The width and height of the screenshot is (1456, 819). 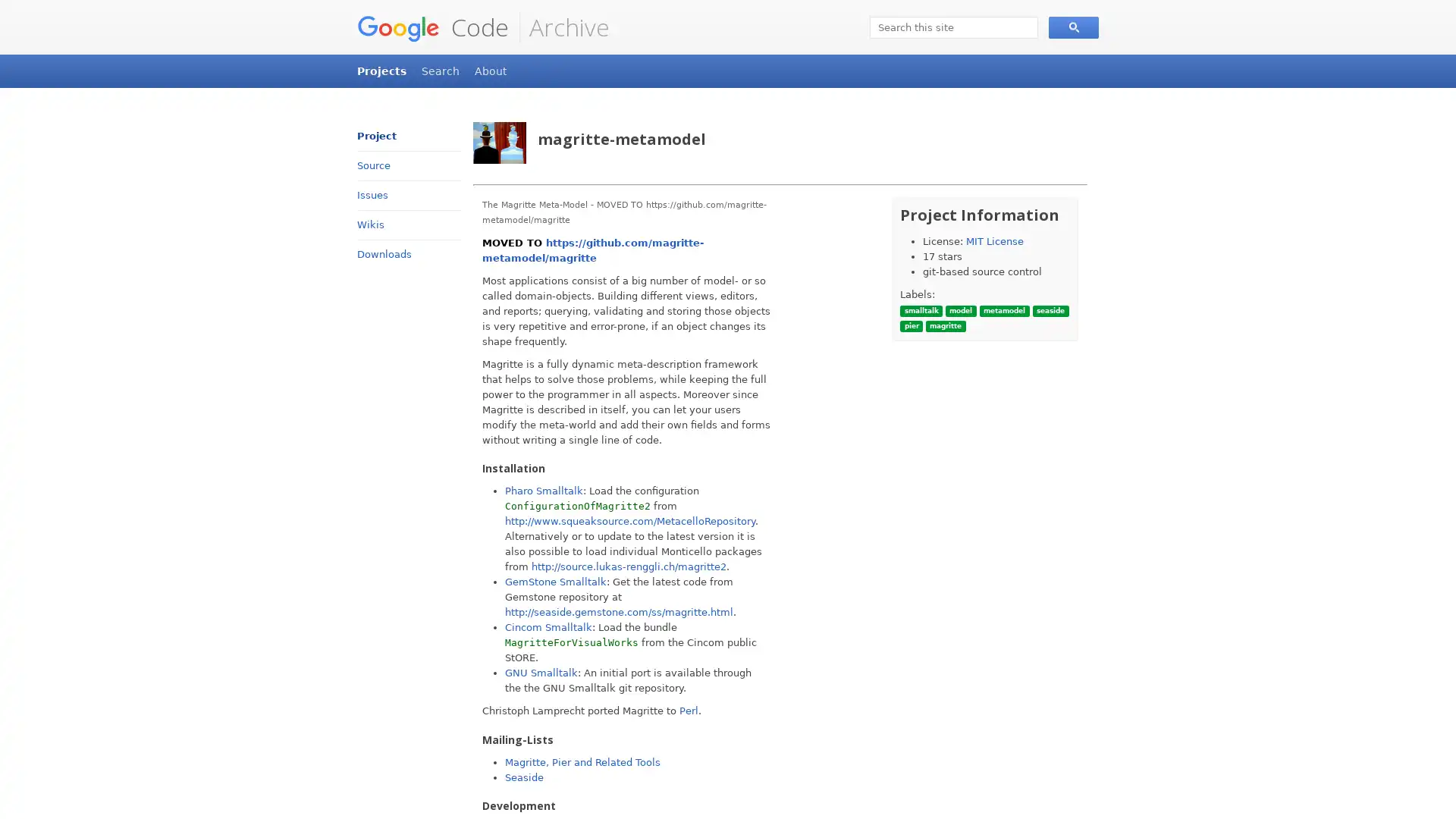 What do you see at coordinates (1073, 27) in the screenshot?
I see `Search` at bounding box center [1073, 27].